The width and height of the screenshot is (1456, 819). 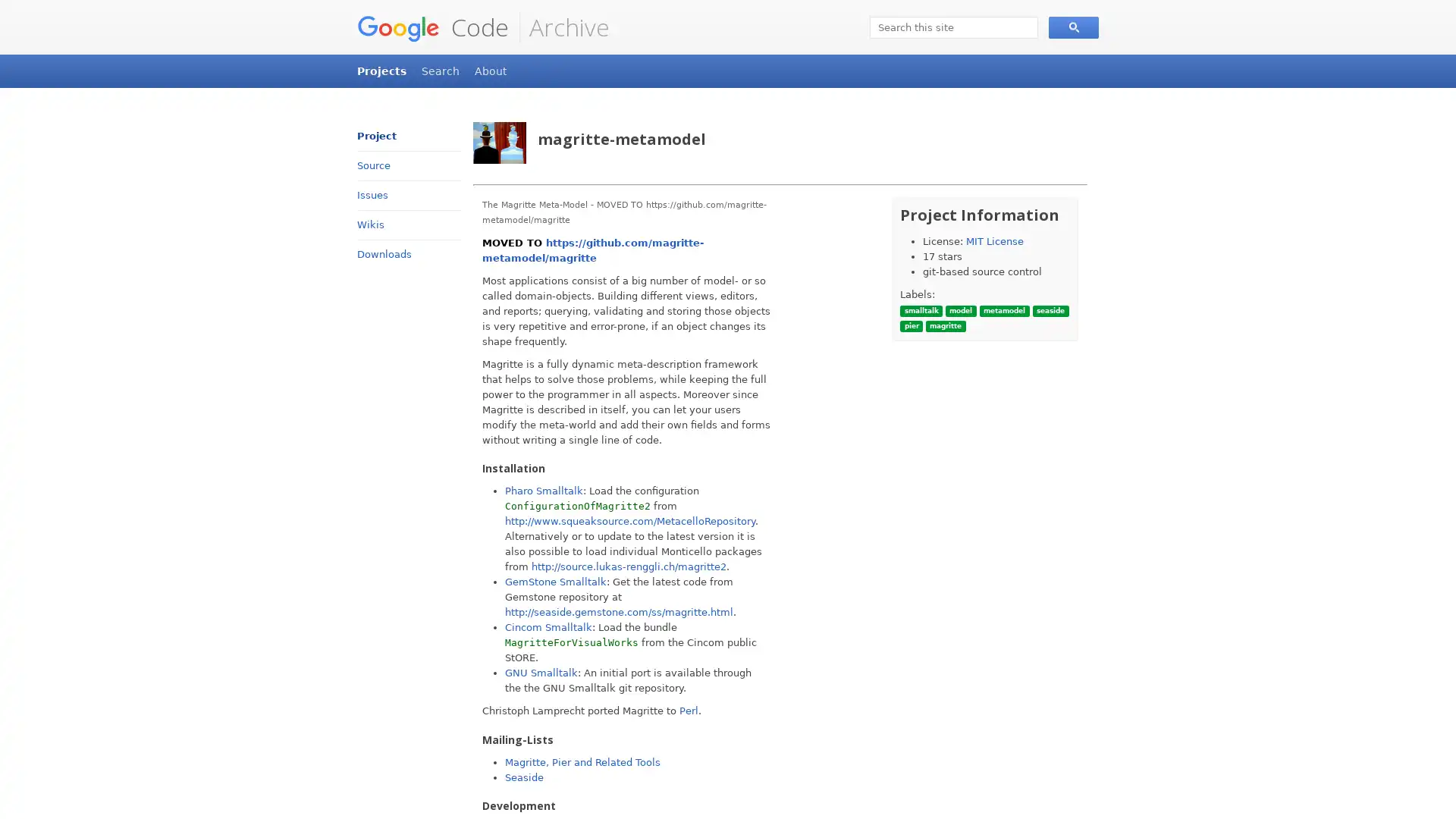 What do you see at coordinates (1073, 27) in the screenshot?
I see `Search` at bounding box center [1073, 27].